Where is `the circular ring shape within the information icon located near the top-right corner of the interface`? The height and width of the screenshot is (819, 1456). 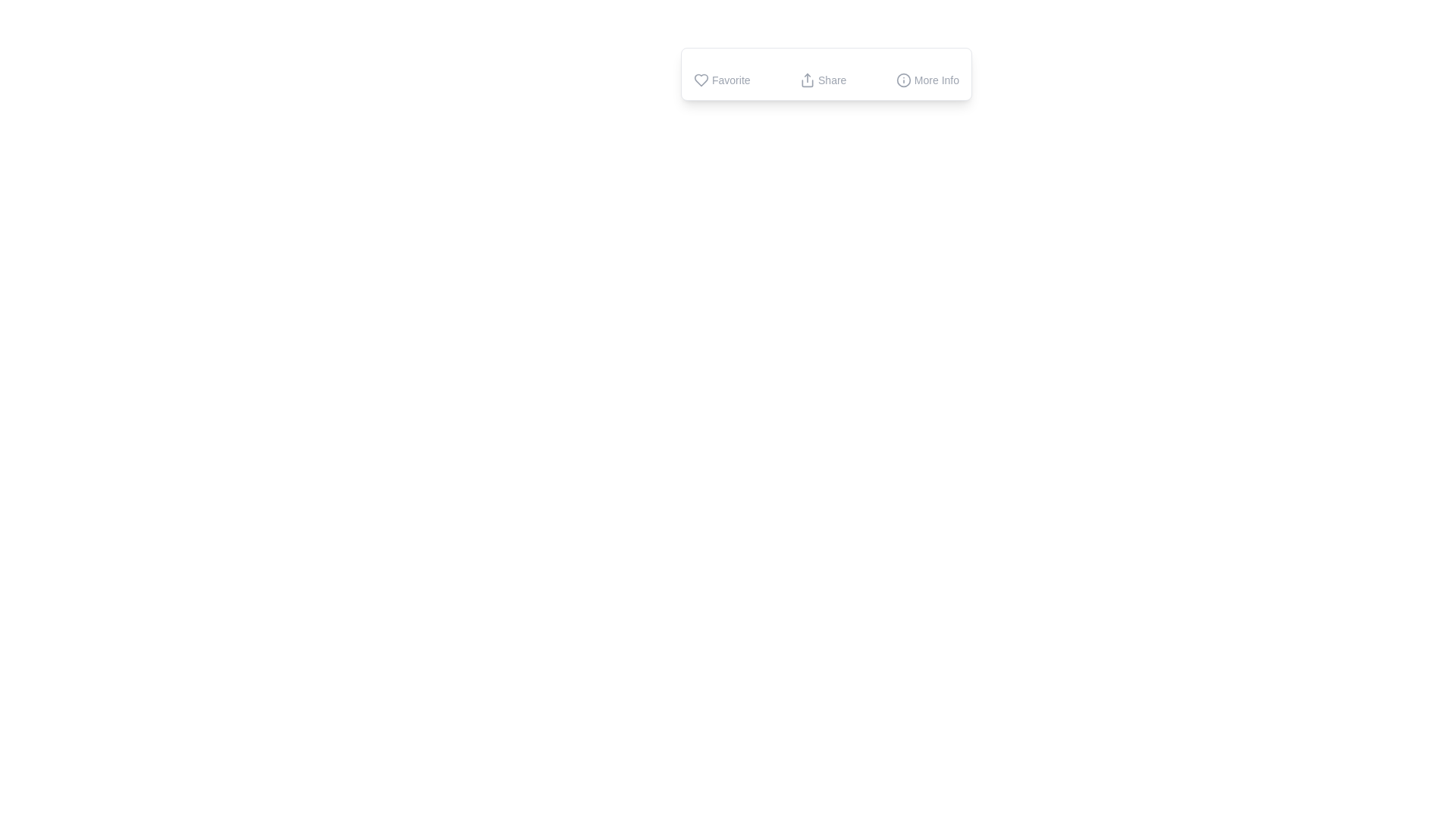 the circular ring shape within the information icon located near the top-right corner of the interface is located at coordinates (903, 80).